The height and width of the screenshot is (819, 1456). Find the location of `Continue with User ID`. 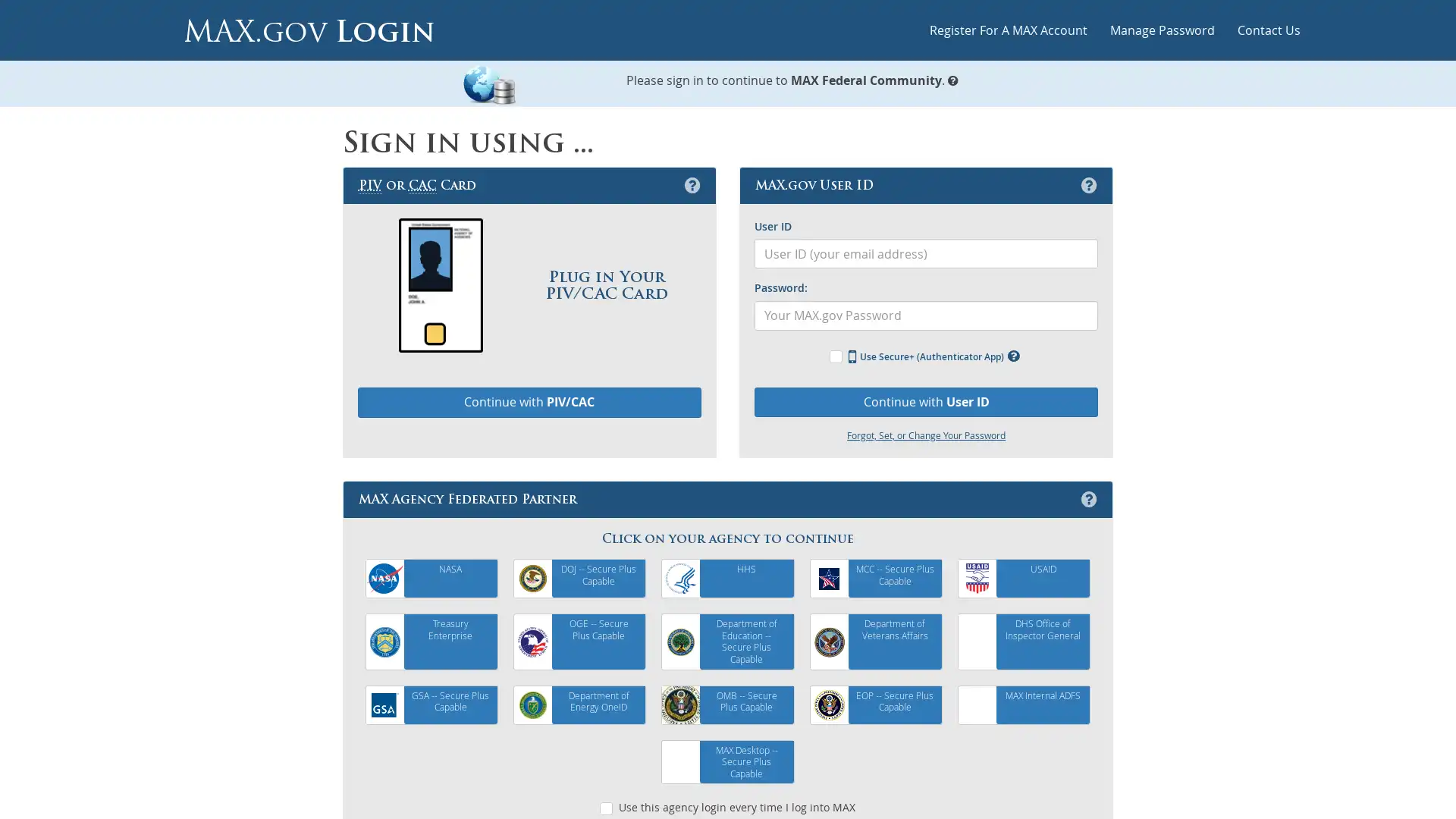

Continue with User ID is located at coordinates (924, 400).